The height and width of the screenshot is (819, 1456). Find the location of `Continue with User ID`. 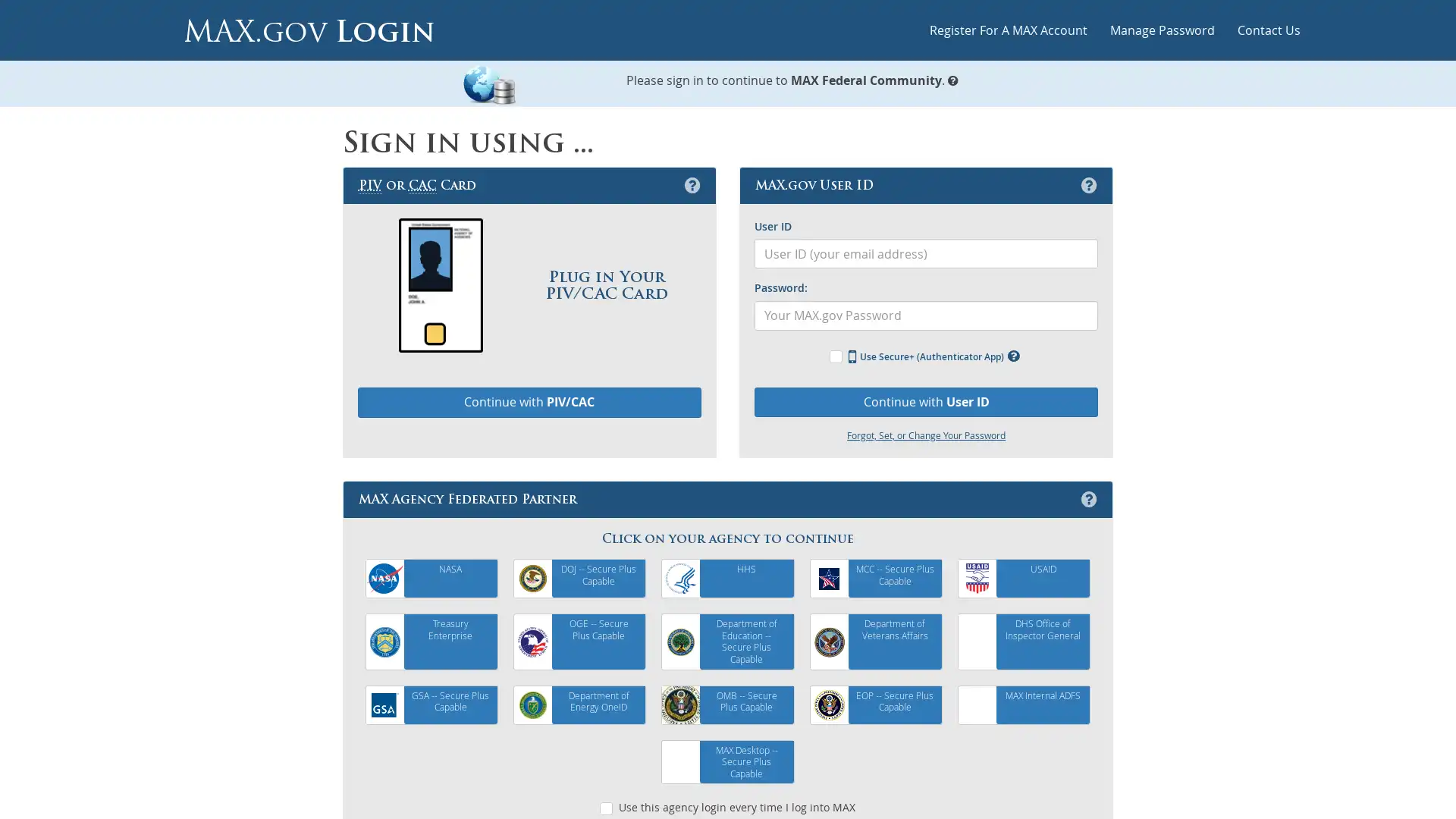

Continue with User ID is located at coordinates (924, 400).